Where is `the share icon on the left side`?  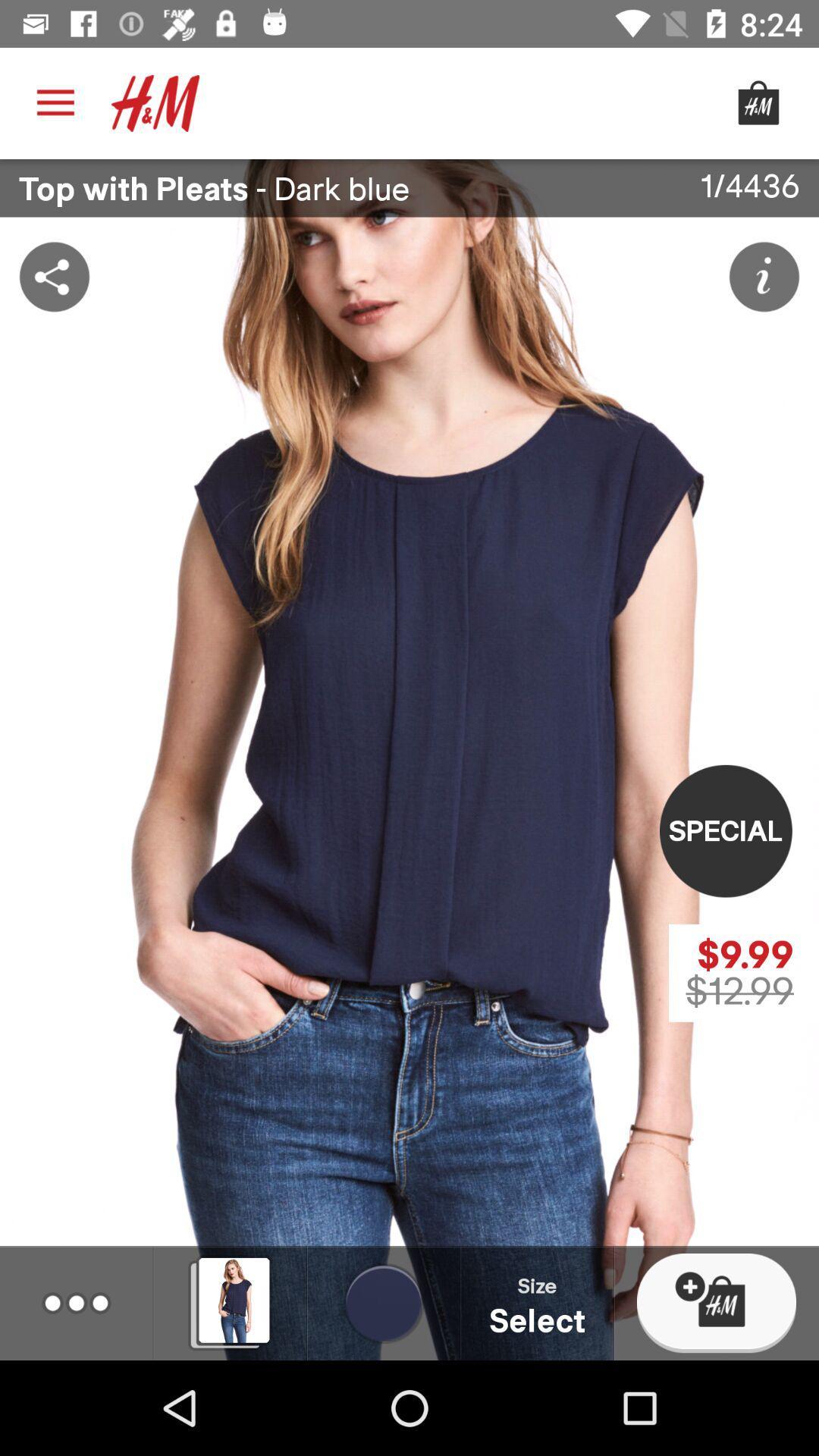
the share icon on the left side is located at coordinates (54, 276).